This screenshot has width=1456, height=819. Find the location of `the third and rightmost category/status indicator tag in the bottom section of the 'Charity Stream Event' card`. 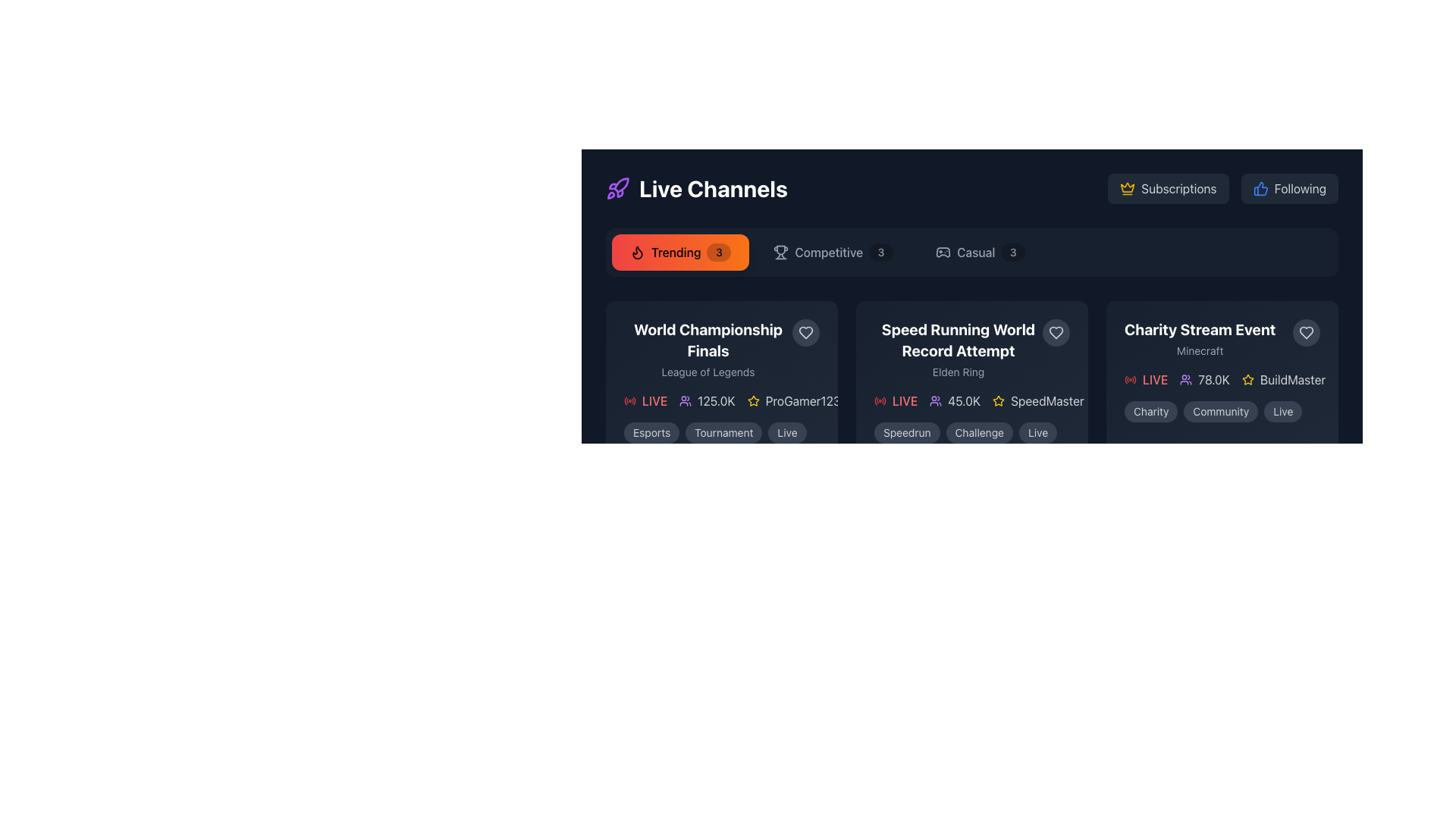

the third and rightmost category/status indicator tag in the bottom section of the 'Charity Stream Event' card is located at coordinates (1282, 412).